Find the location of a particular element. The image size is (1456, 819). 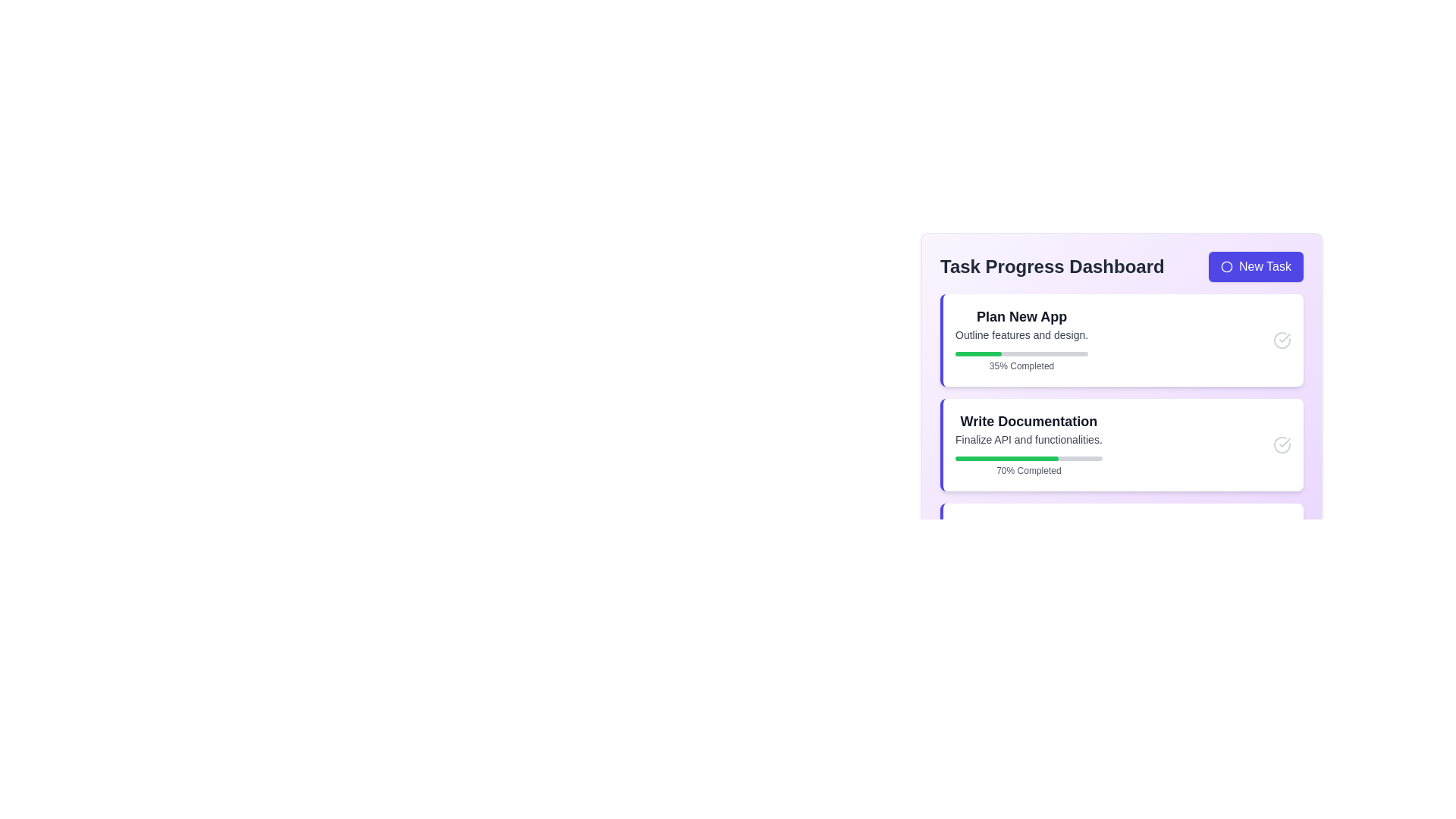

the Progress Indicator with Label that shows '70% Completed' indicating 70% progress in the card labeled 'Write Documentation' is located at coordinates (1028, 462).